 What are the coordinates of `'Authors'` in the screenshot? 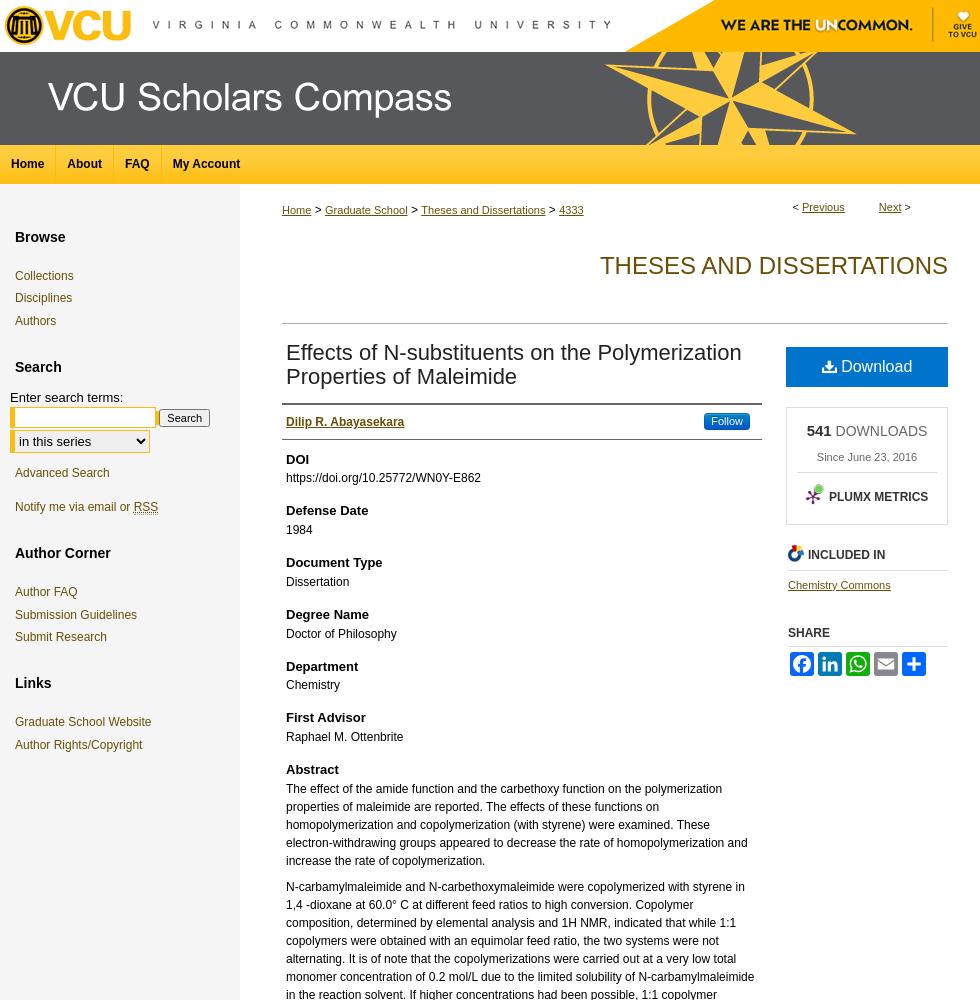 It's located at (35, 319).